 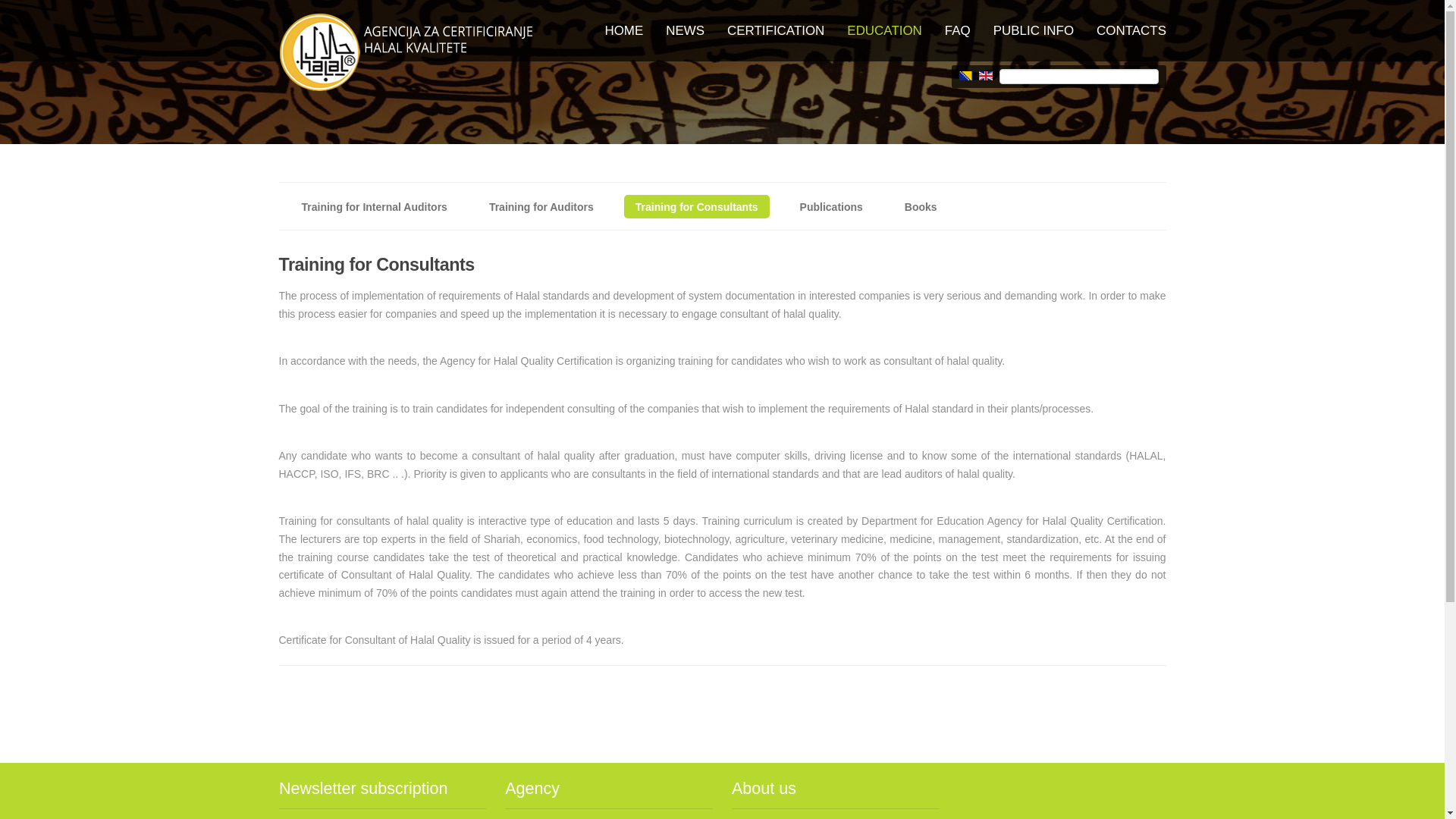 I want to click on 'Training for Internal Auditors', so click(x=374, y=206).